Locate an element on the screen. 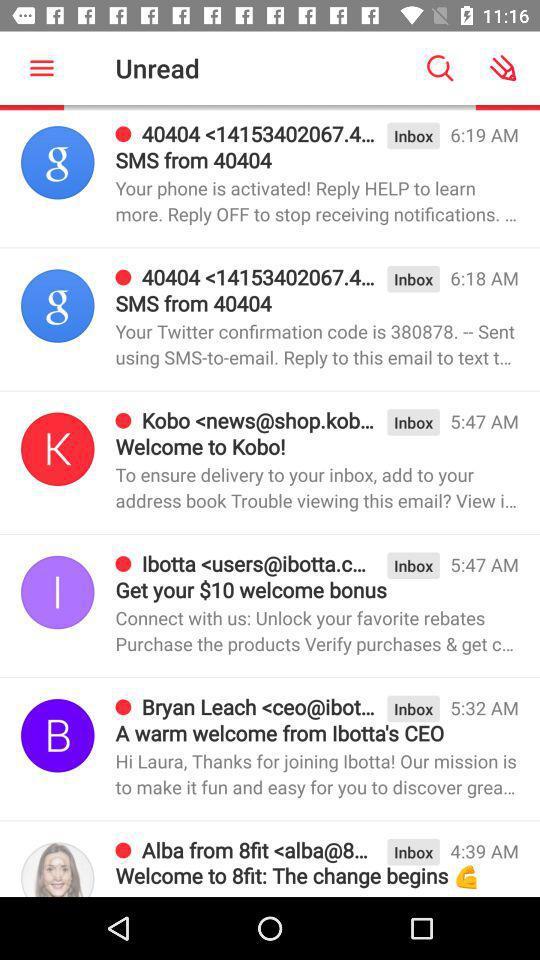 This screenshot has height=960, width=540. the save icon is located at coordinates (57, 734).